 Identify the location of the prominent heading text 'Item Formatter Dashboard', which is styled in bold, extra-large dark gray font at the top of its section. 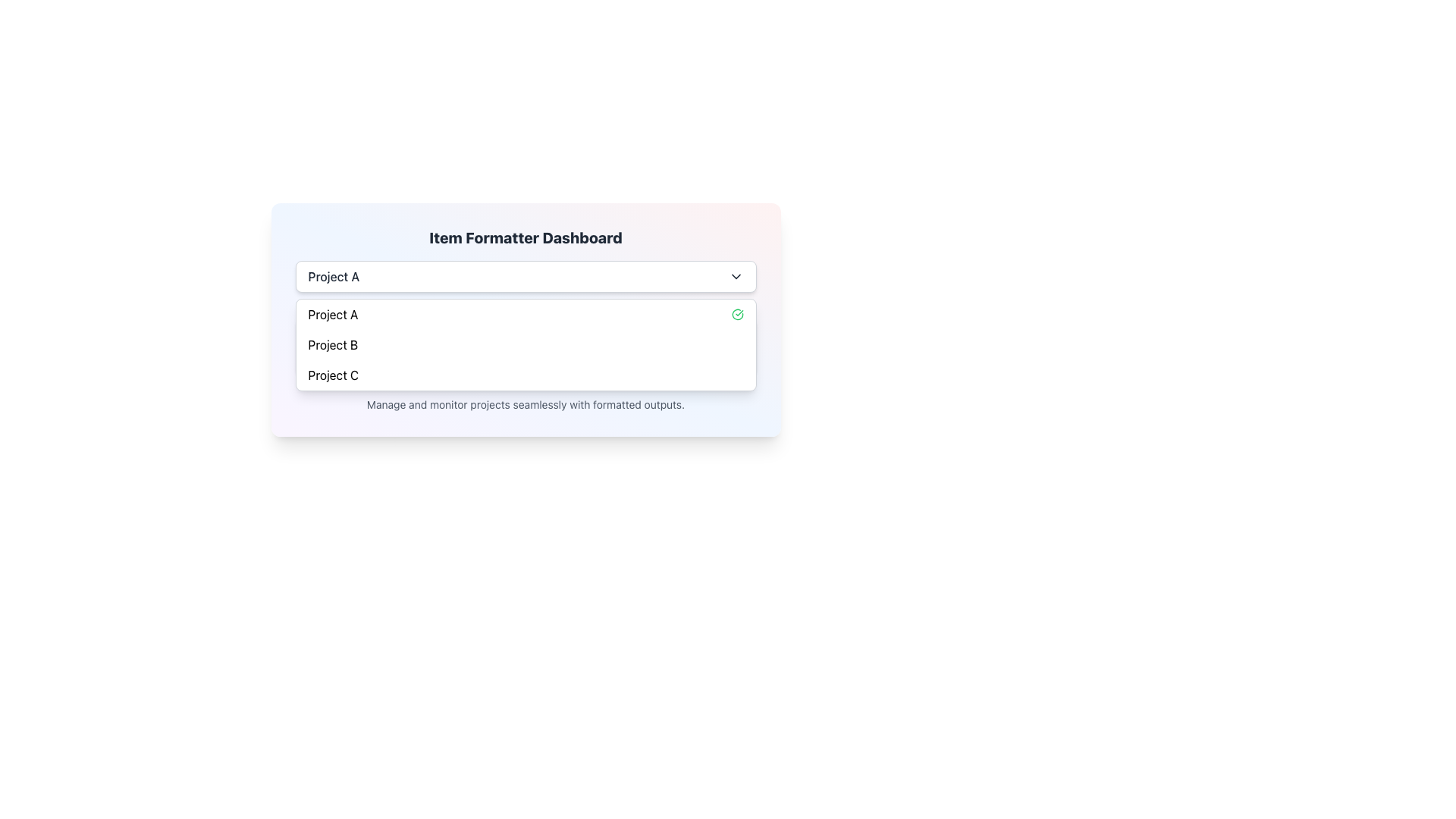
(526, 237).